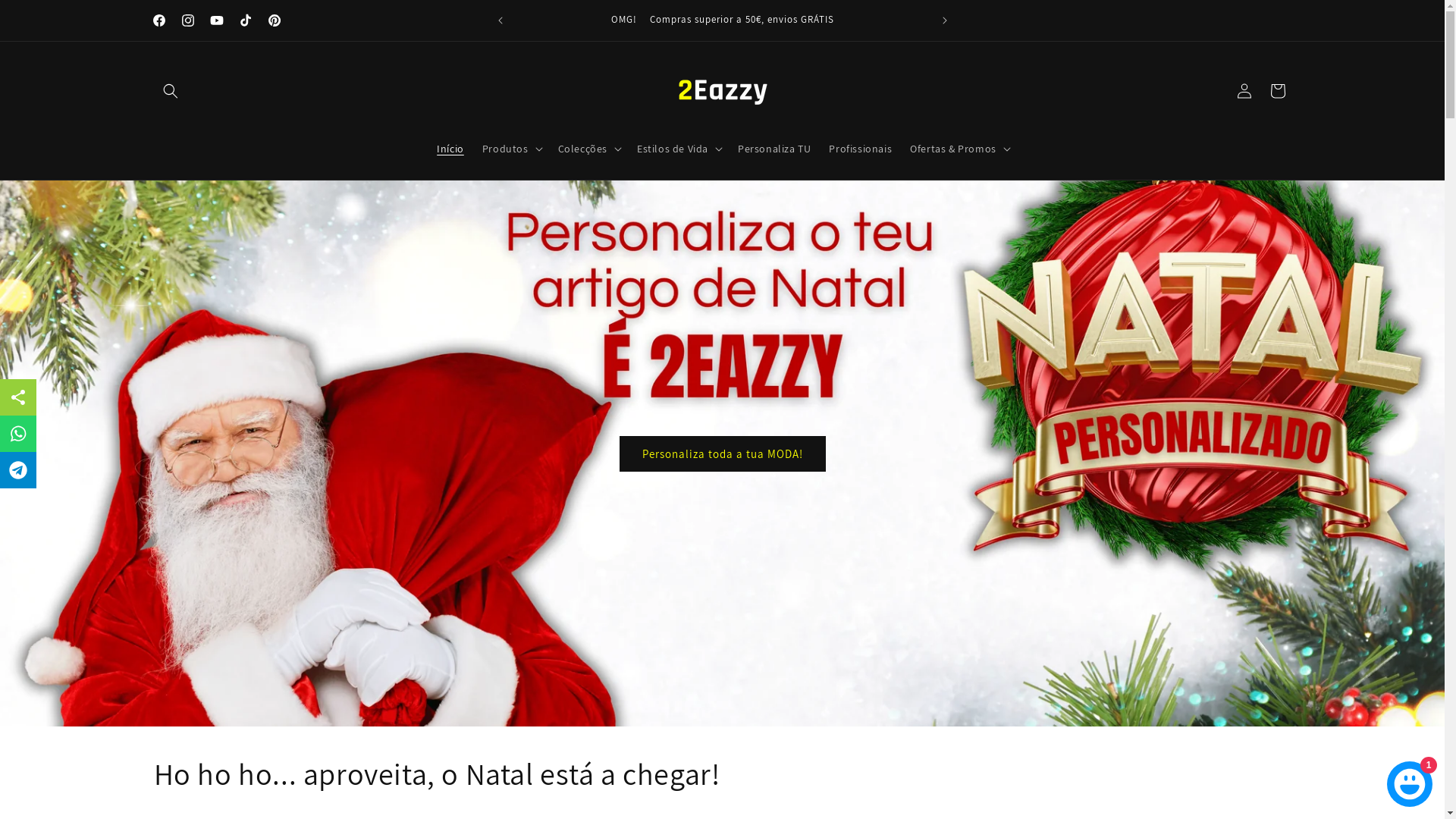 The height and width of the screenshot is (819, 1456). What do you see at coordinates (860, 149) in the screenshot?
I see `'Profissionais'` at bounding box center [860, 149].